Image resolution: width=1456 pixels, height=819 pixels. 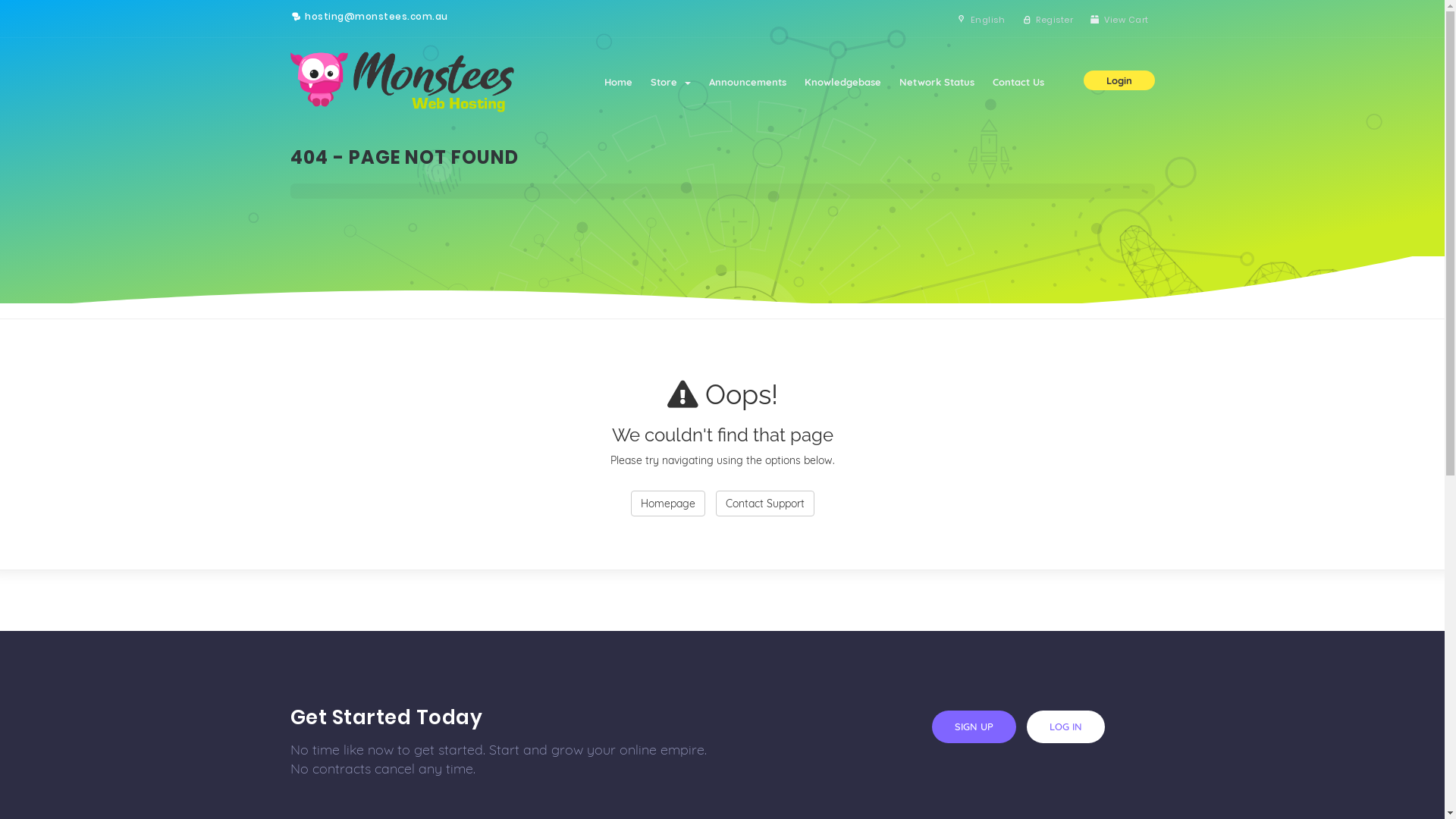 What do you see at coordinates (746, 82) in the screenshot?
I see `'Announcements'` at bounding box center [746, 82].